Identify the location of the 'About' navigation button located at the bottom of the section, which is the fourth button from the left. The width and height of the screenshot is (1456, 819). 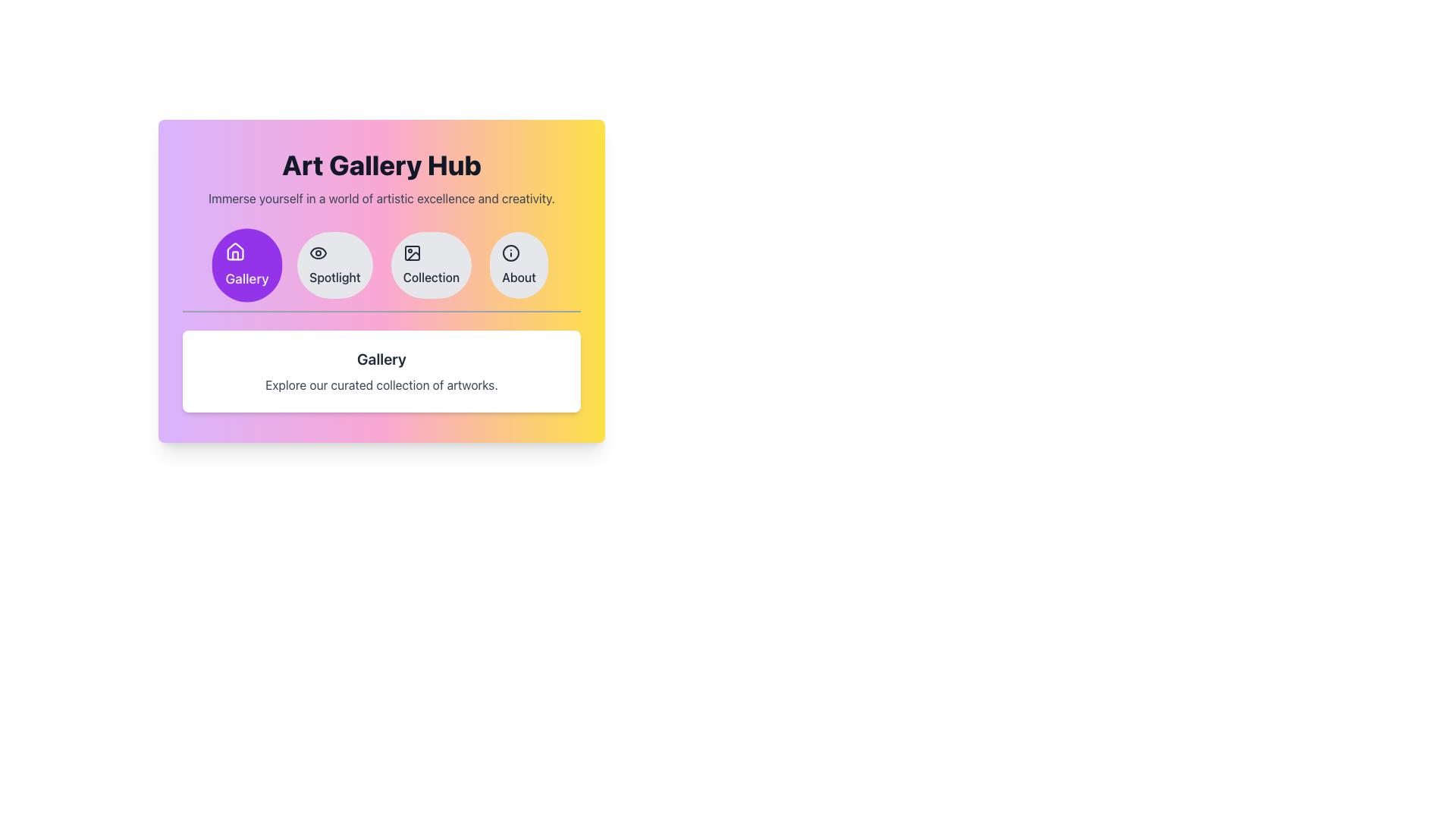
(519, 265).